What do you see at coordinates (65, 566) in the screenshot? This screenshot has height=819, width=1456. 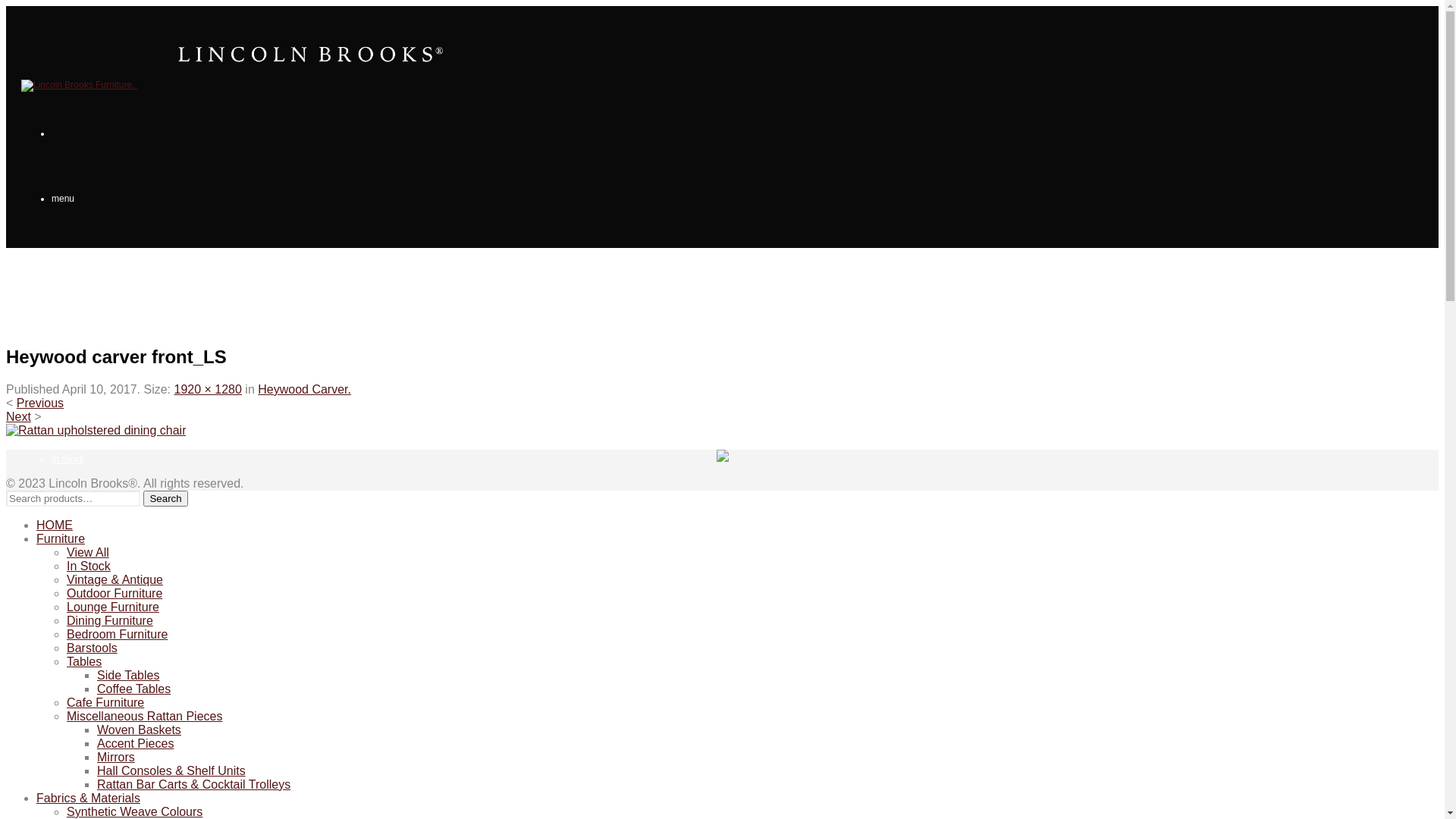 I see `'In Stock'` at bounding box center [65, 566].